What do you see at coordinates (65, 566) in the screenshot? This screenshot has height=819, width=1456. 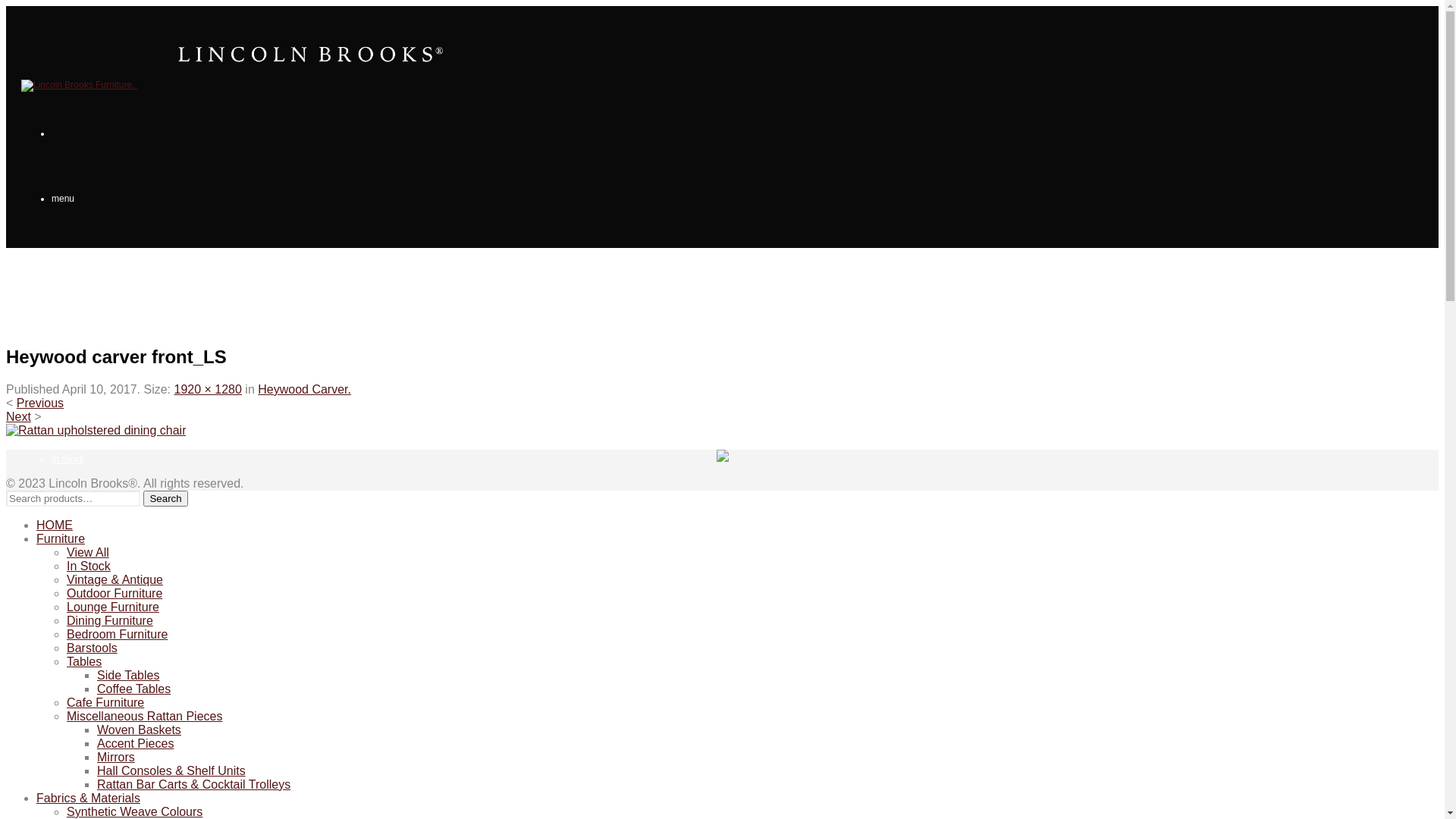 I see `'In Stock'` at bounding box center [65, 566].